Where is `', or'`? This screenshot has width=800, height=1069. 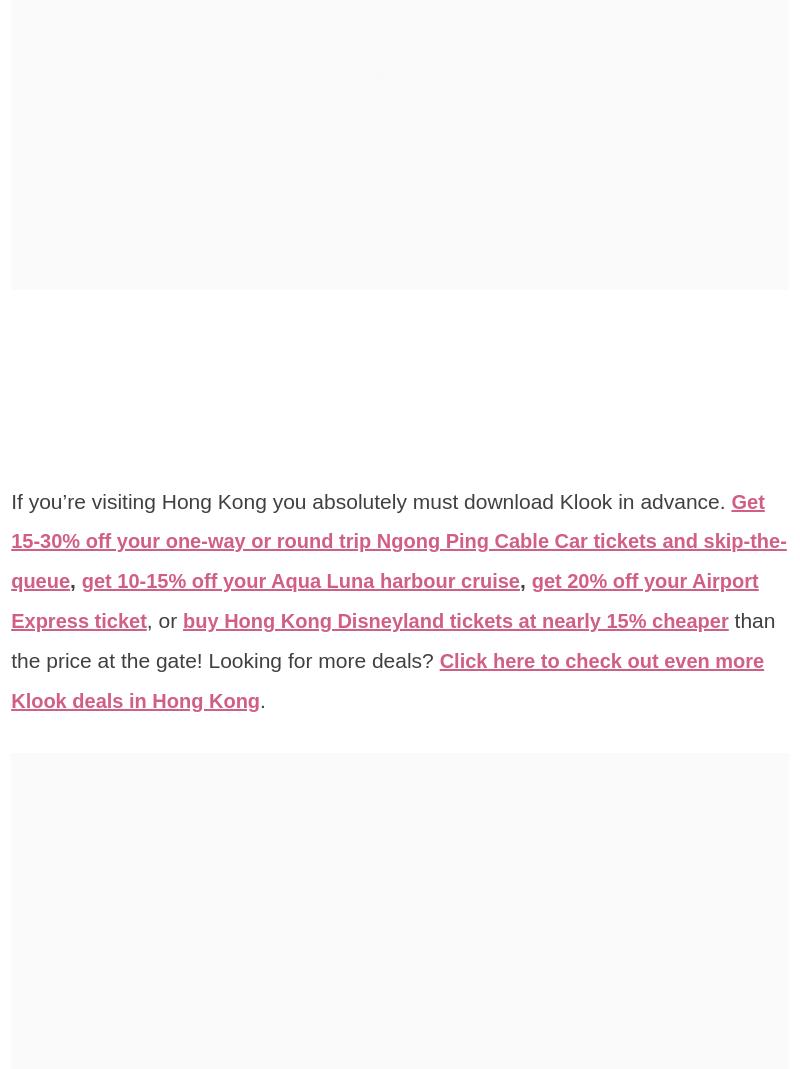 ', or' is located at coordinates (245, 620).